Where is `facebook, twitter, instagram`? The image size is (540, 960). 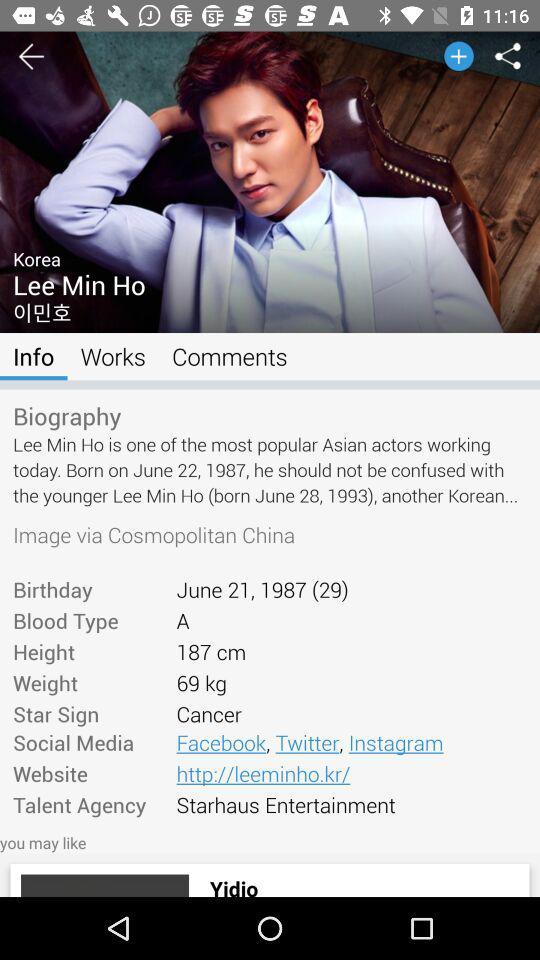 facebook, twitter, instagram is located at coordinates (350, 741).